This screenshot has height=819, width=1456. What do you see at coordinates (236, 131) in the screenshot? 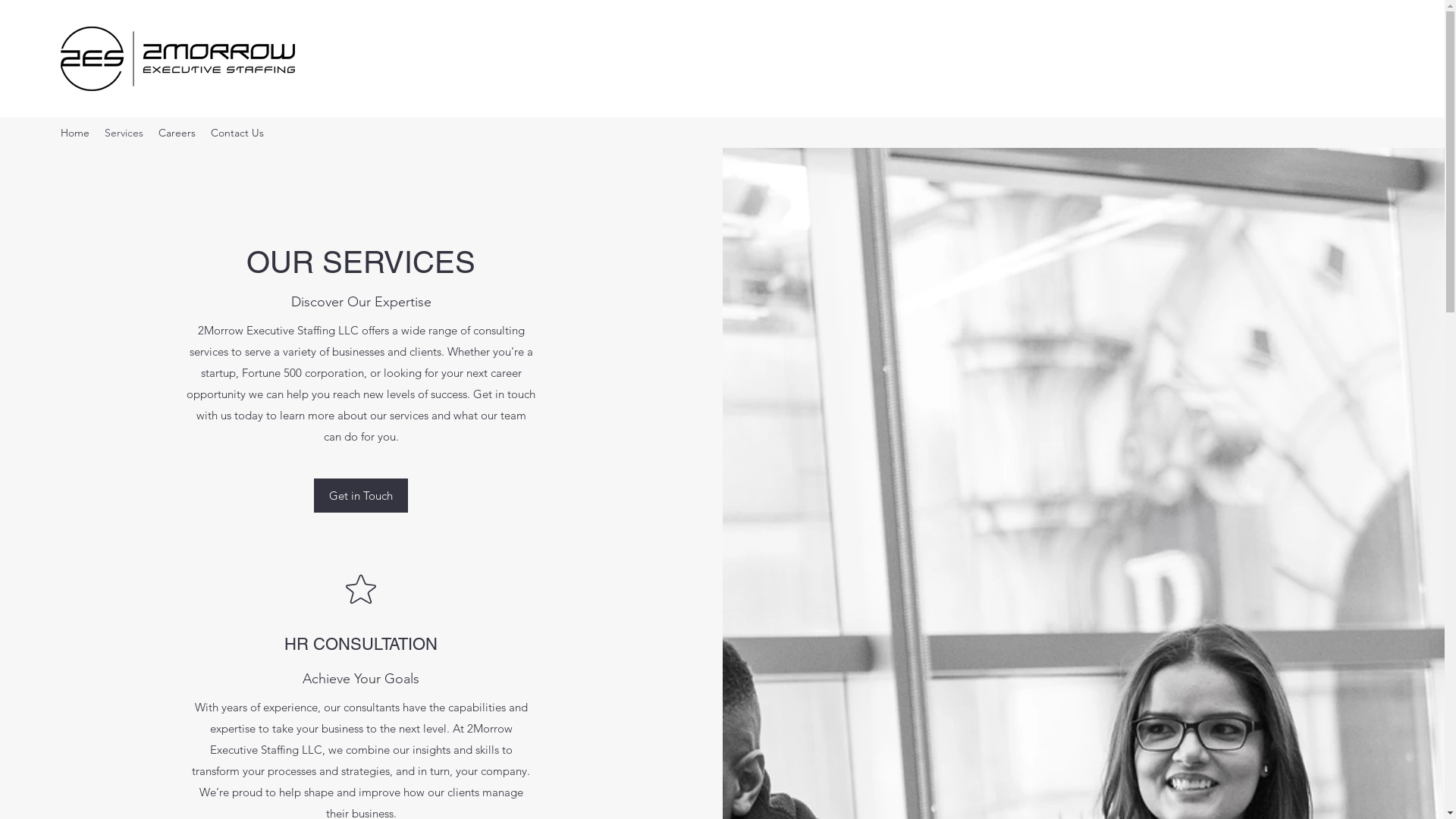
I see `'Contact Us'` at bounding box center [236, 131].